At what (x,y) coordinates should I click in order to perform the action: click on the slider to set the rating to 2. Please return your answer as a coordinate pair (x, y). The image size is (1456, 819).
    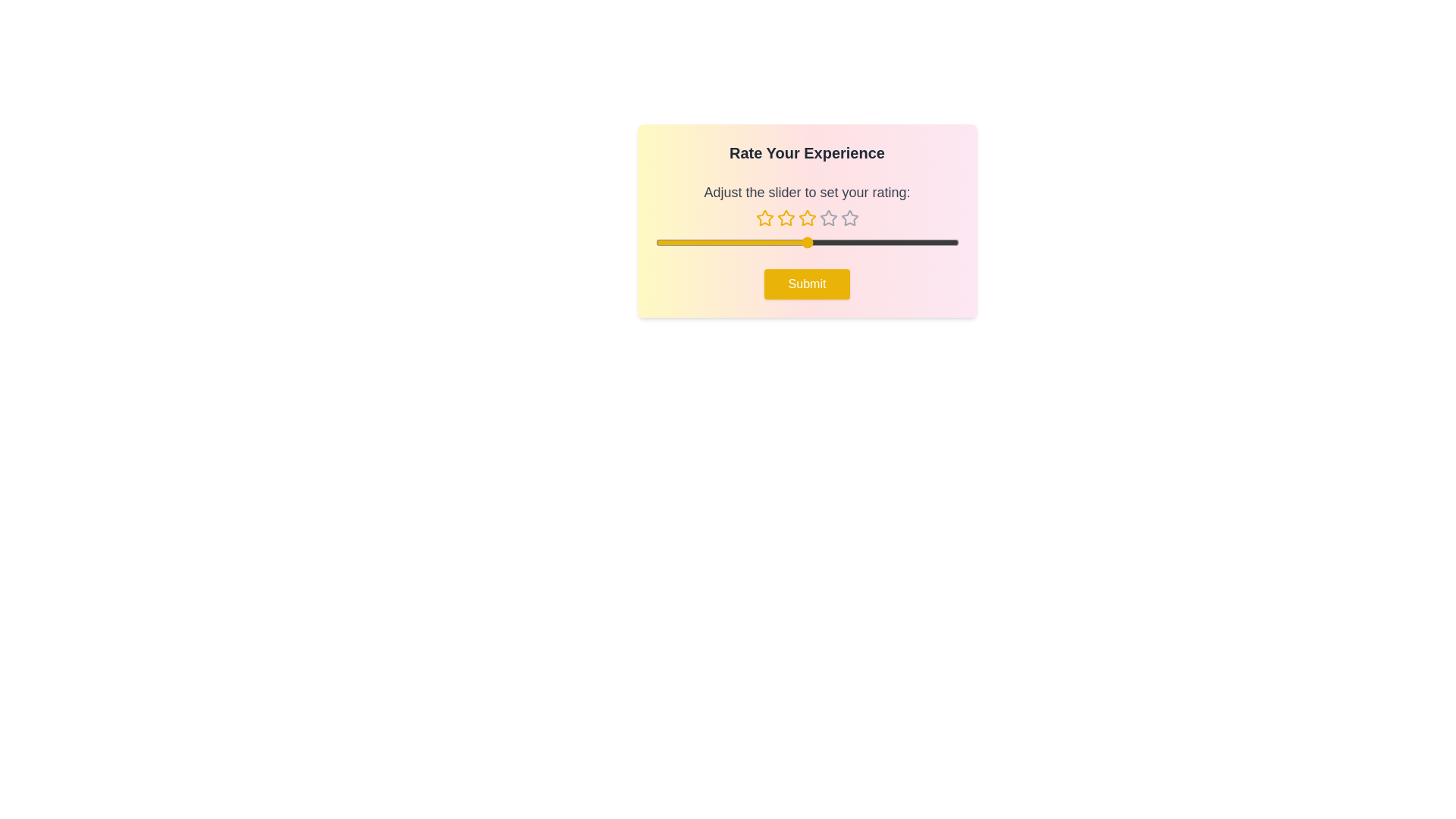
    Looking at the image, I should click on (731, 242).